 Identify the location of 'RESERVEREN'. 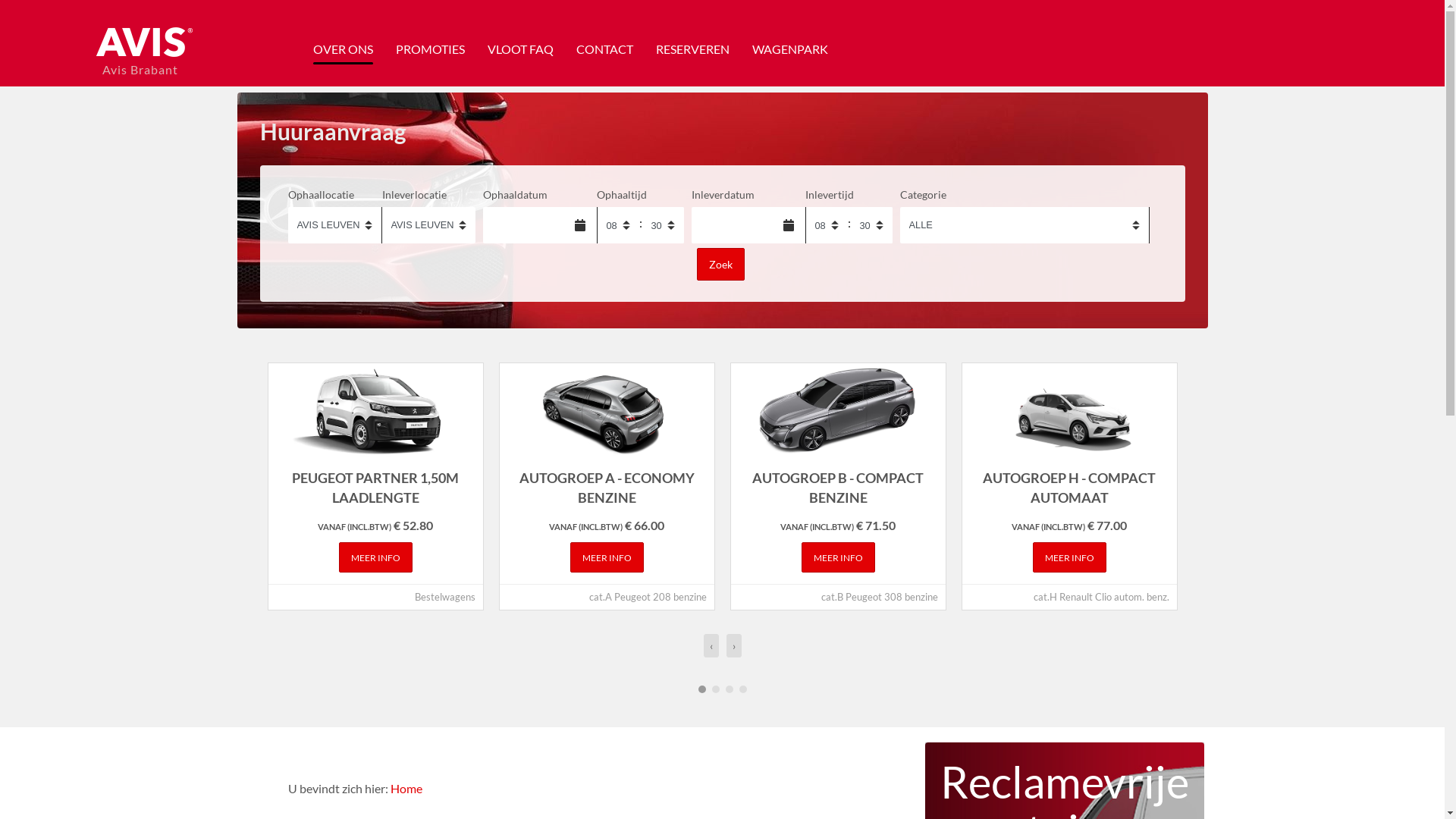
(691, 48).